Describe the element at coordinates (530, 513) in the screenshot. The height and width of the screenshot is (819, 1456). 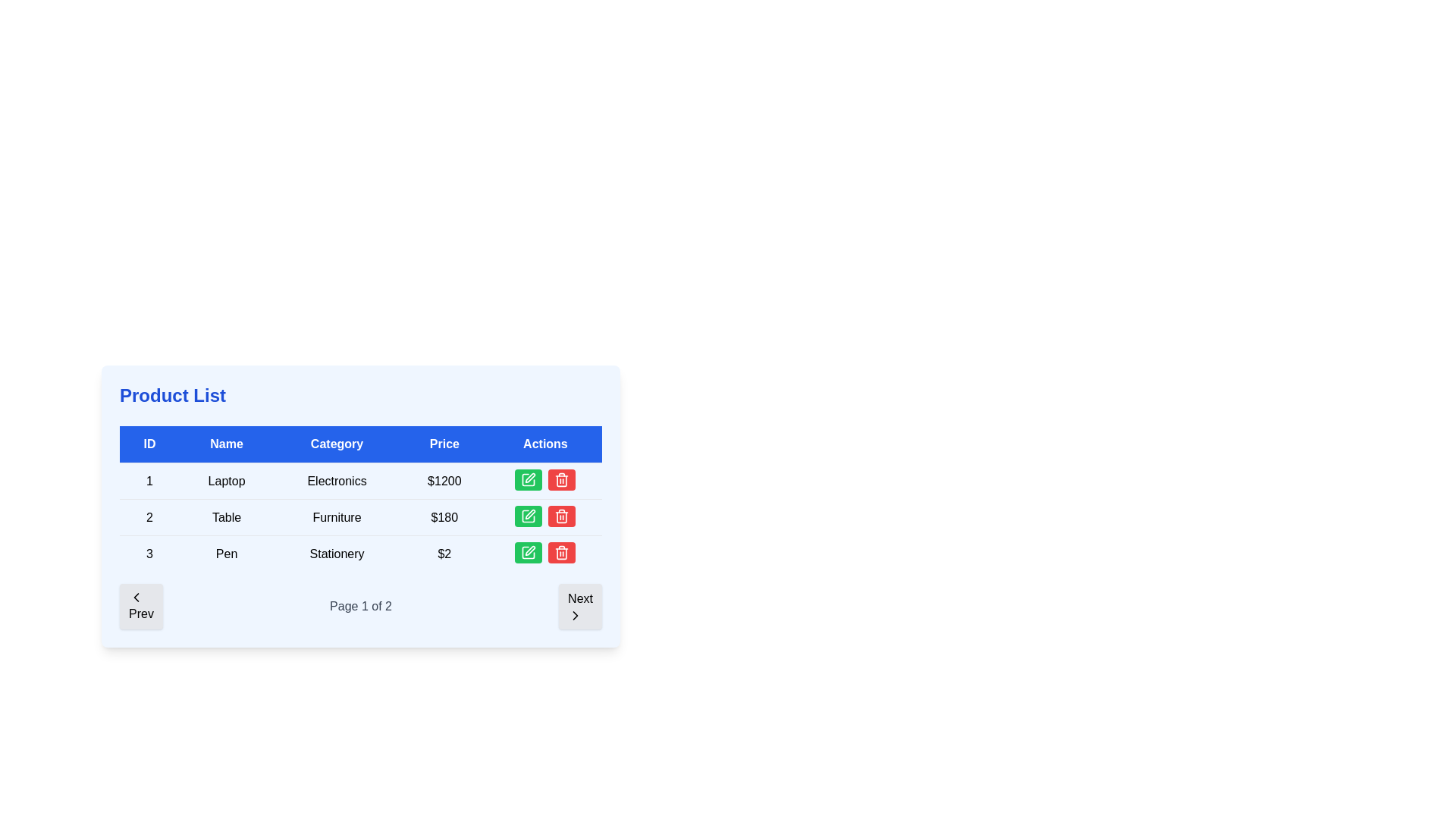
I see `the 'edit' icon in the Actions column of the second row in the Product List table` at that location.